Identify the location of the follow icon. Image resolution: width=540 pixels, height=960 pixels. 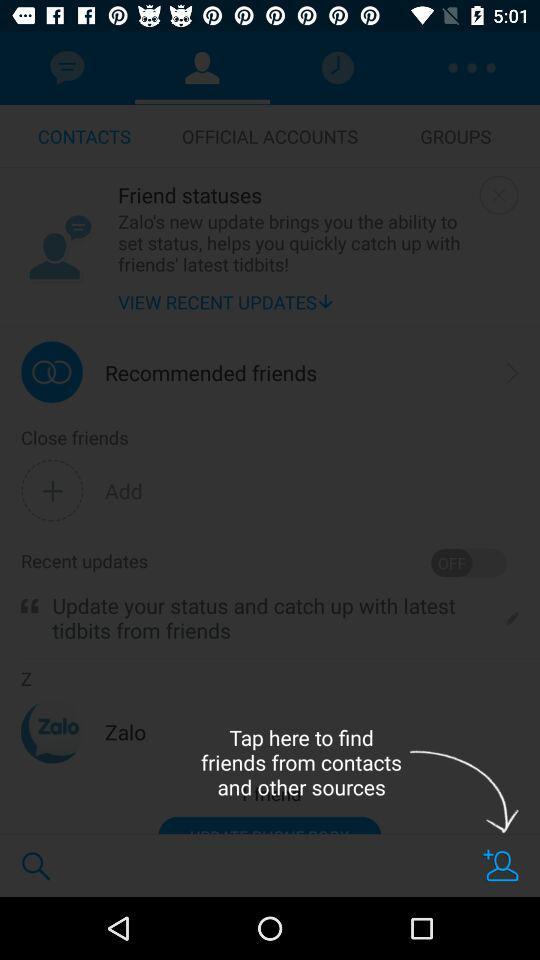
(500, 864).